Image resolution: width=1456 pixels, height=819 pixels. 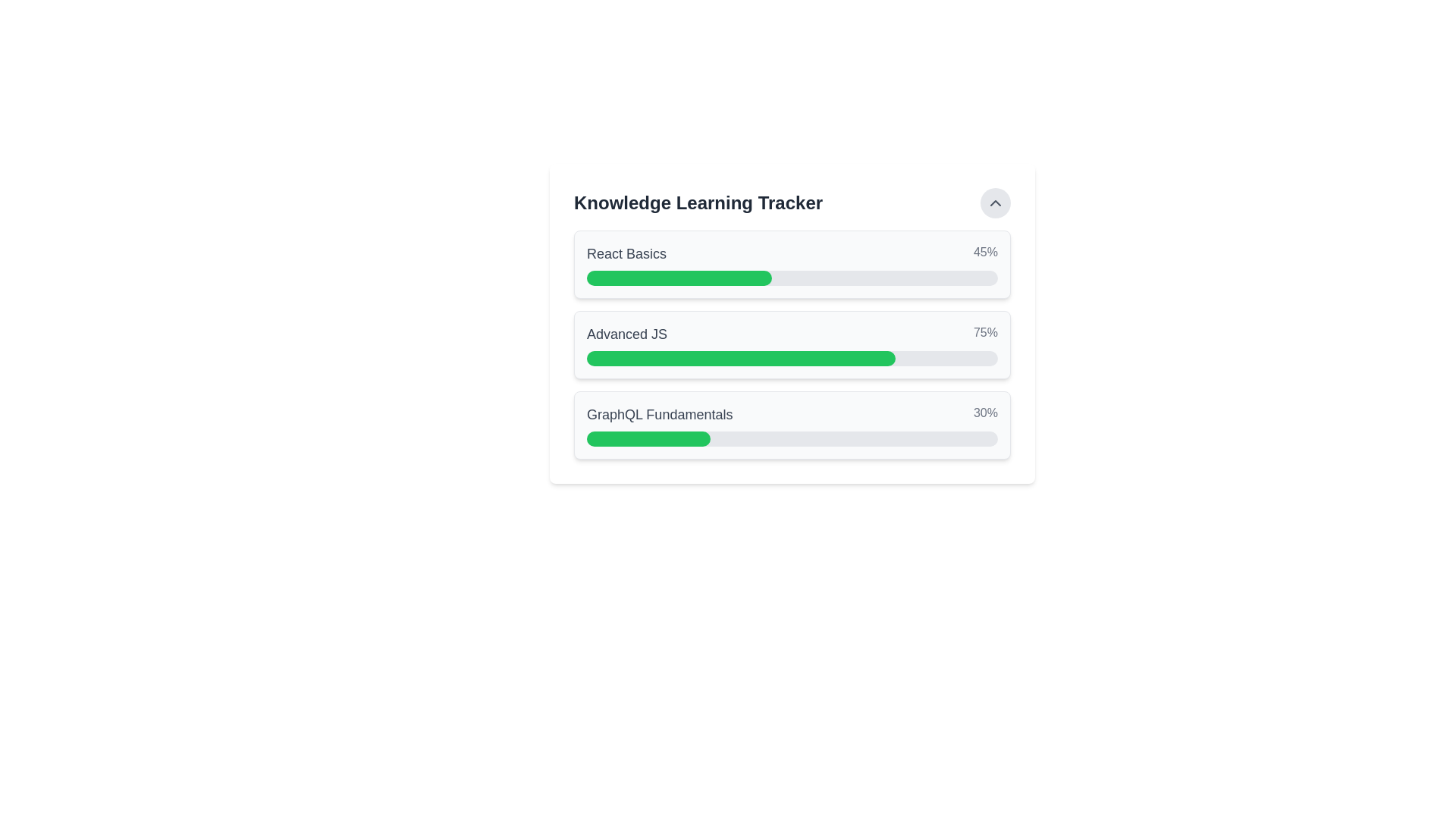 What do you see at coordinates (996, 202) in the screenshot?
I see `the circular button with a chevron-up icon located at the top-right corner of the 'Knowledge Learning Tracker' component` at bounding box center [996, 202].